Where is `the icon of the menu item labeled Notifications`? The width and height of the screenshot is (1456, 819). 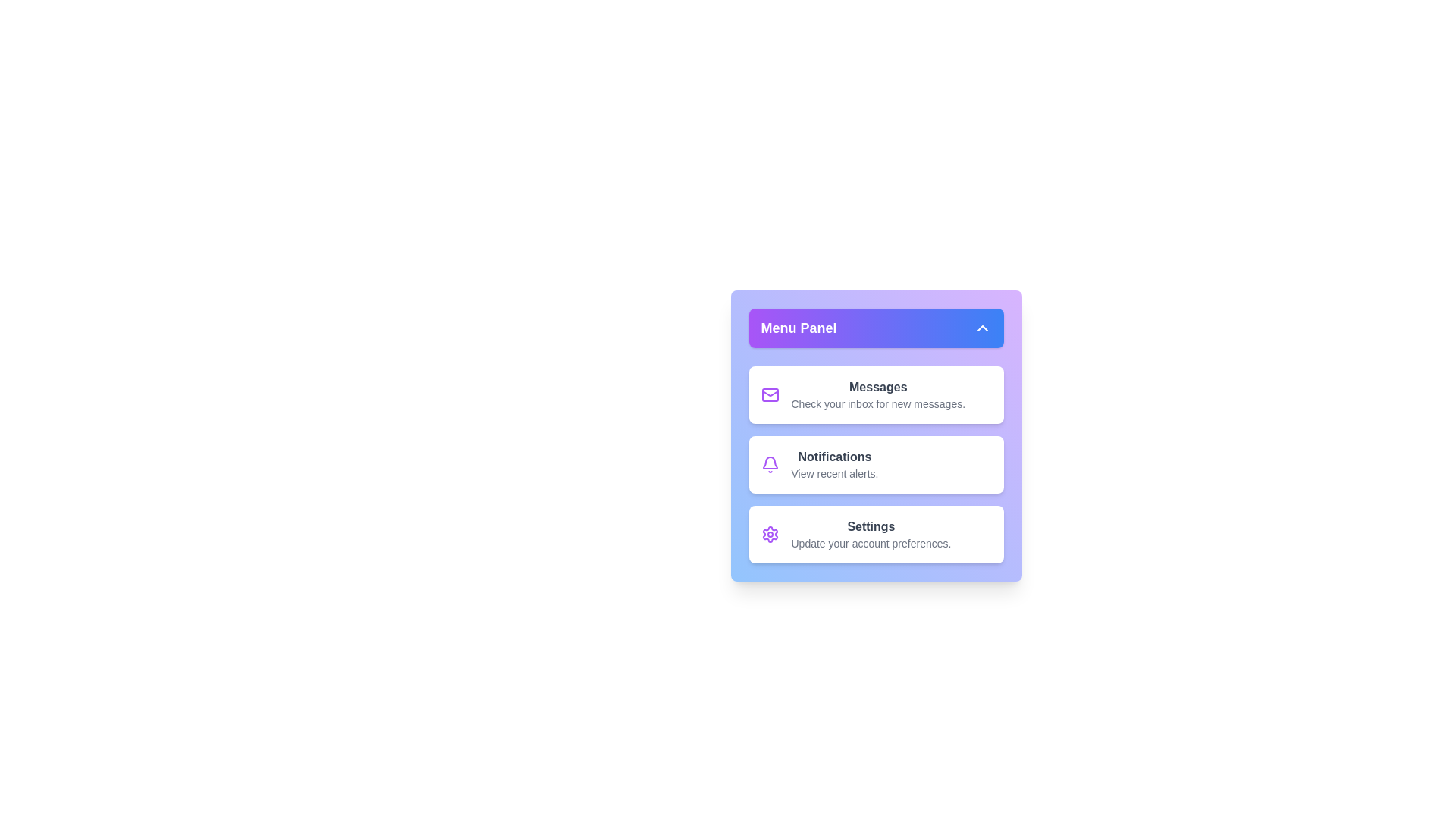
the icon of the menu item labeled Notifications is located at coordinates (770, 464).